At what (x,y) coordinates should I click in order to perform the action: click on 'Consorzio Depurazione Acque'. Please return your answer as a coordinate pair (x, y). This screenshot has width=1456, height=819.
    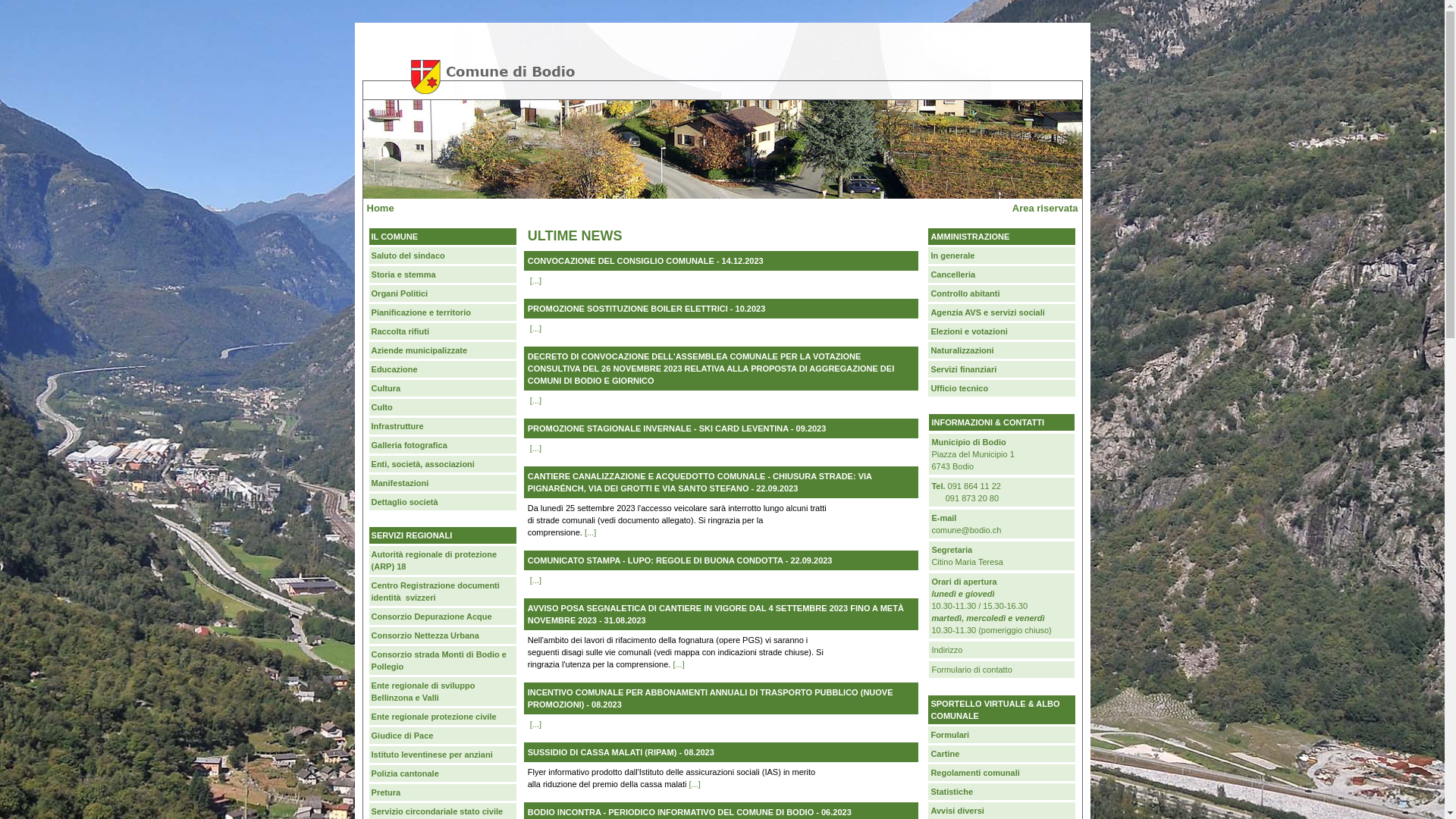
    Looking at the image, I should click on (442, 617).